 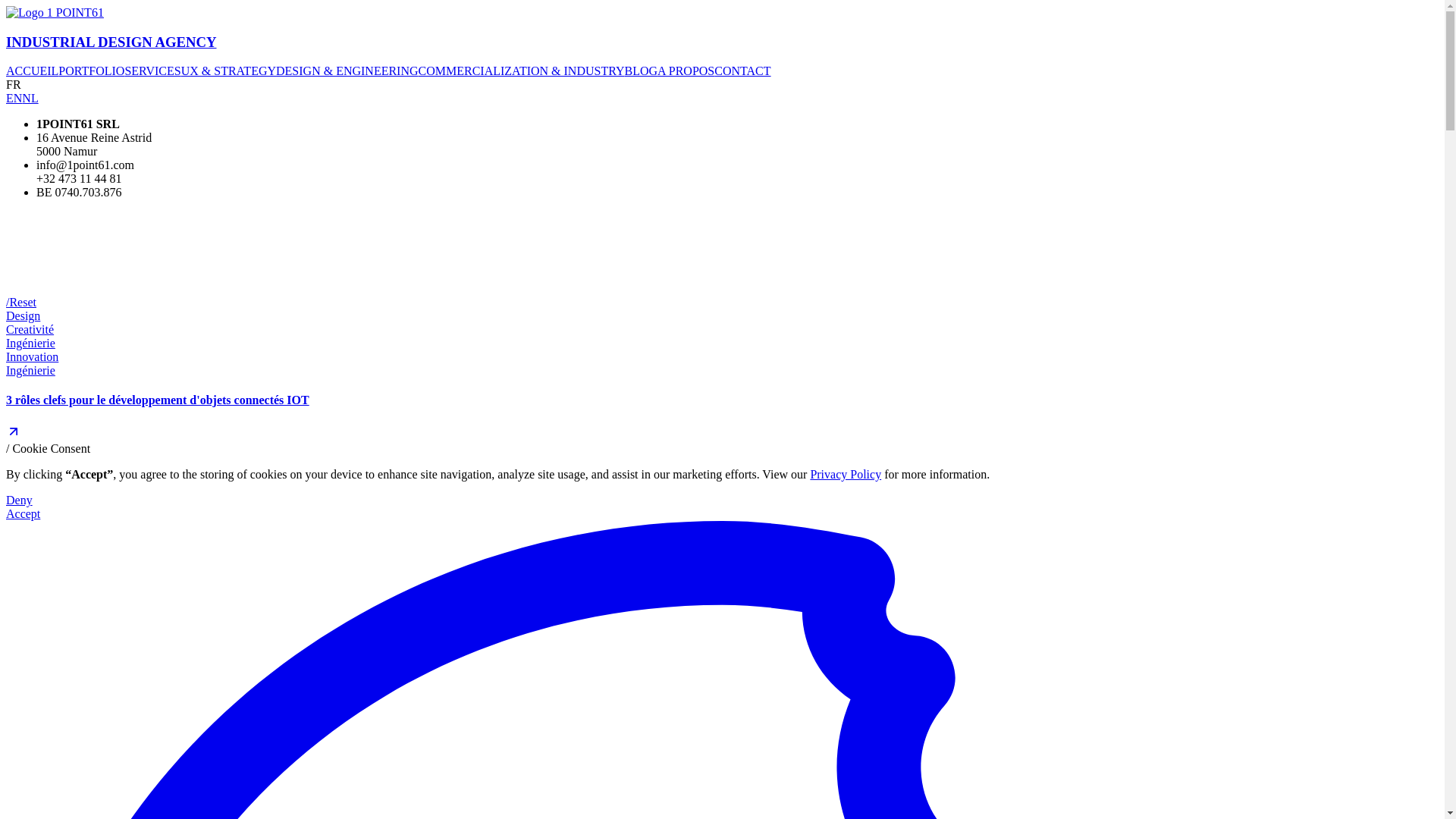 I want to click on 'ACCUEIL', so click(x=32, y=71).